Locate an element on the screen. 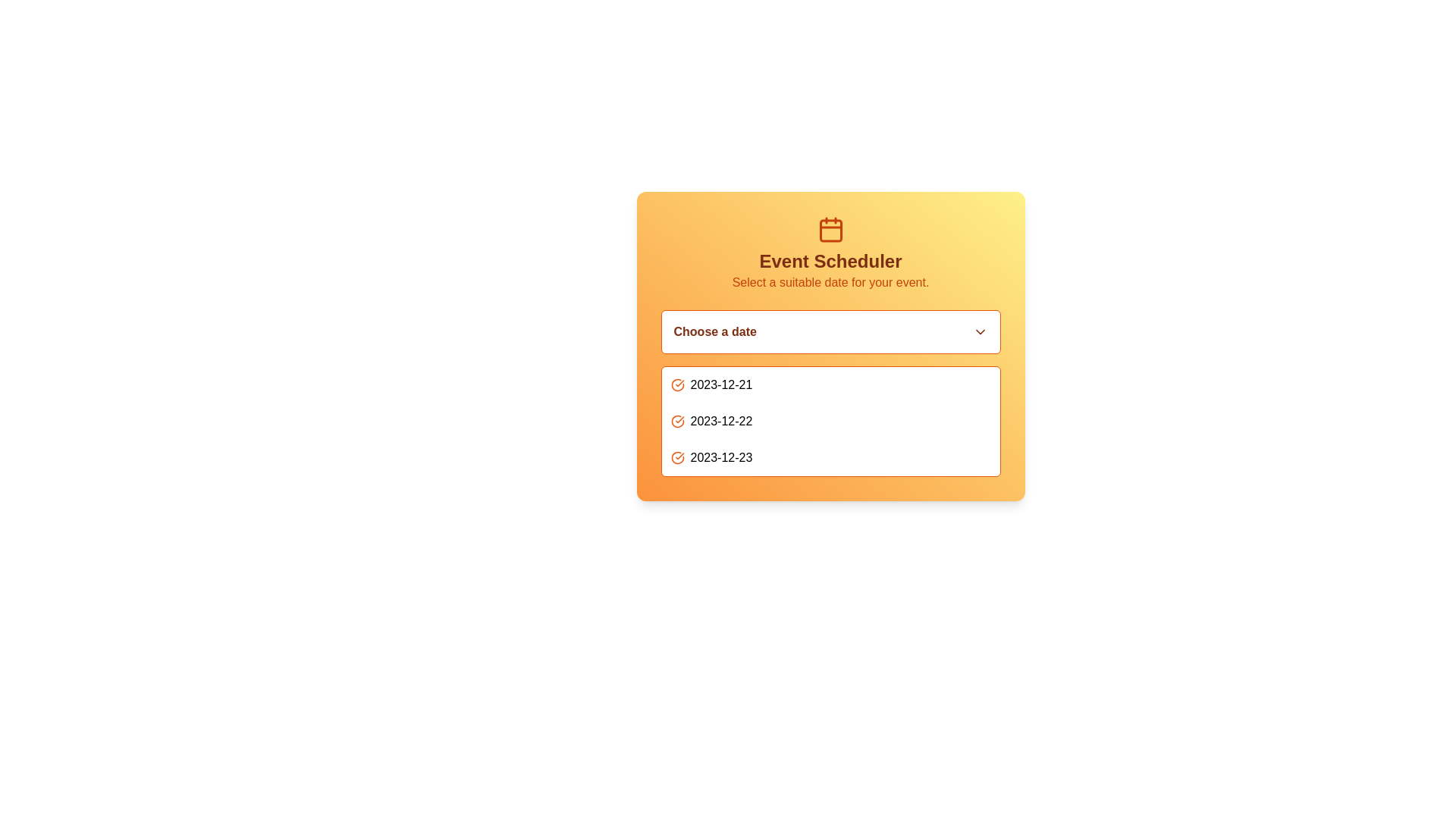 This screenshot has height=819, width=1456. the selection icon for the date '2023-12-21', which is positioned at the left of the date in a vertical list of icons is located at coordinates (676, 384).